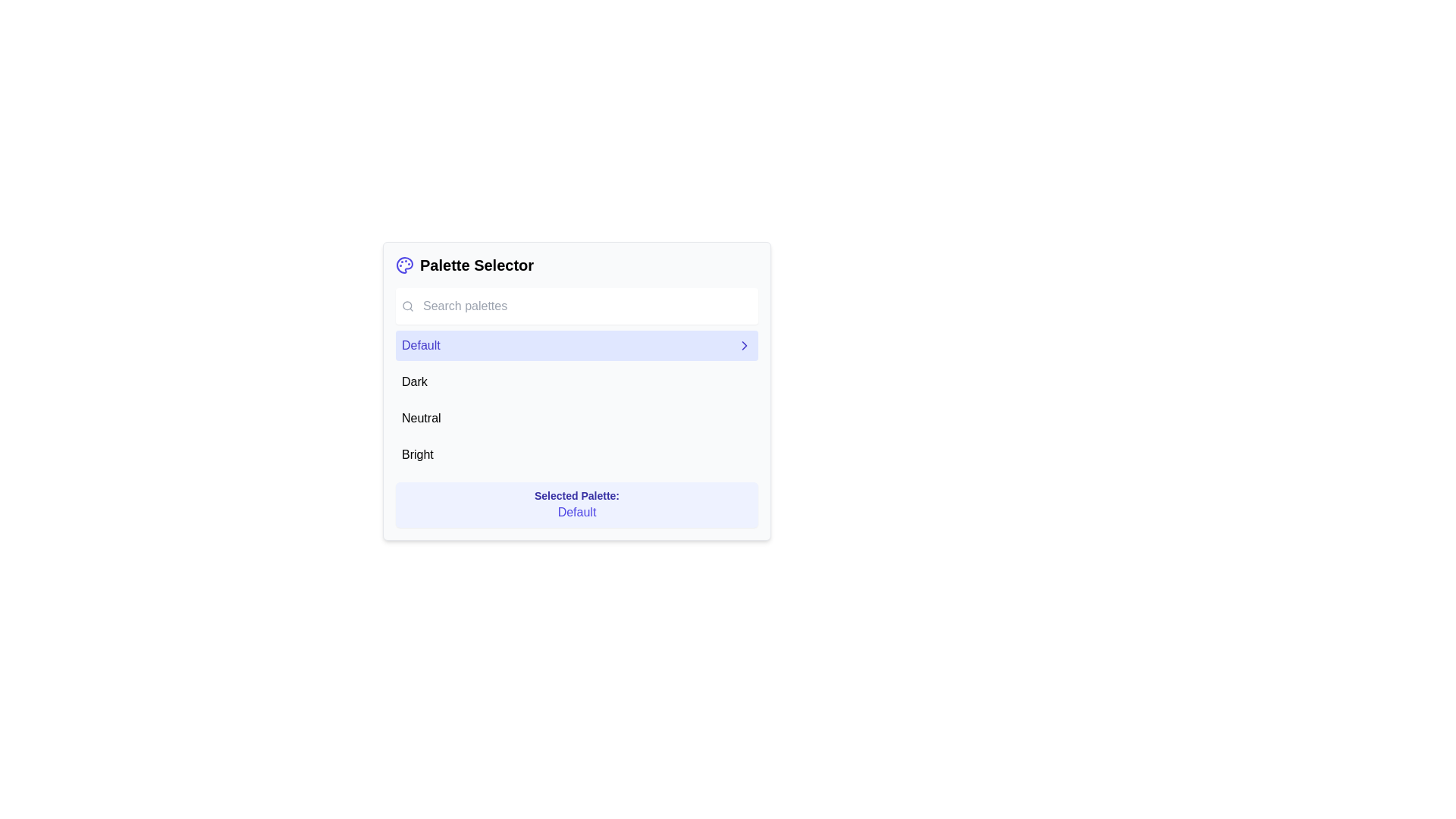 The height and width of the screenshot is (819, 1456). I want to click on the 'Neutral' button located in the 'Palette Selector' panel, so click(576, 418).